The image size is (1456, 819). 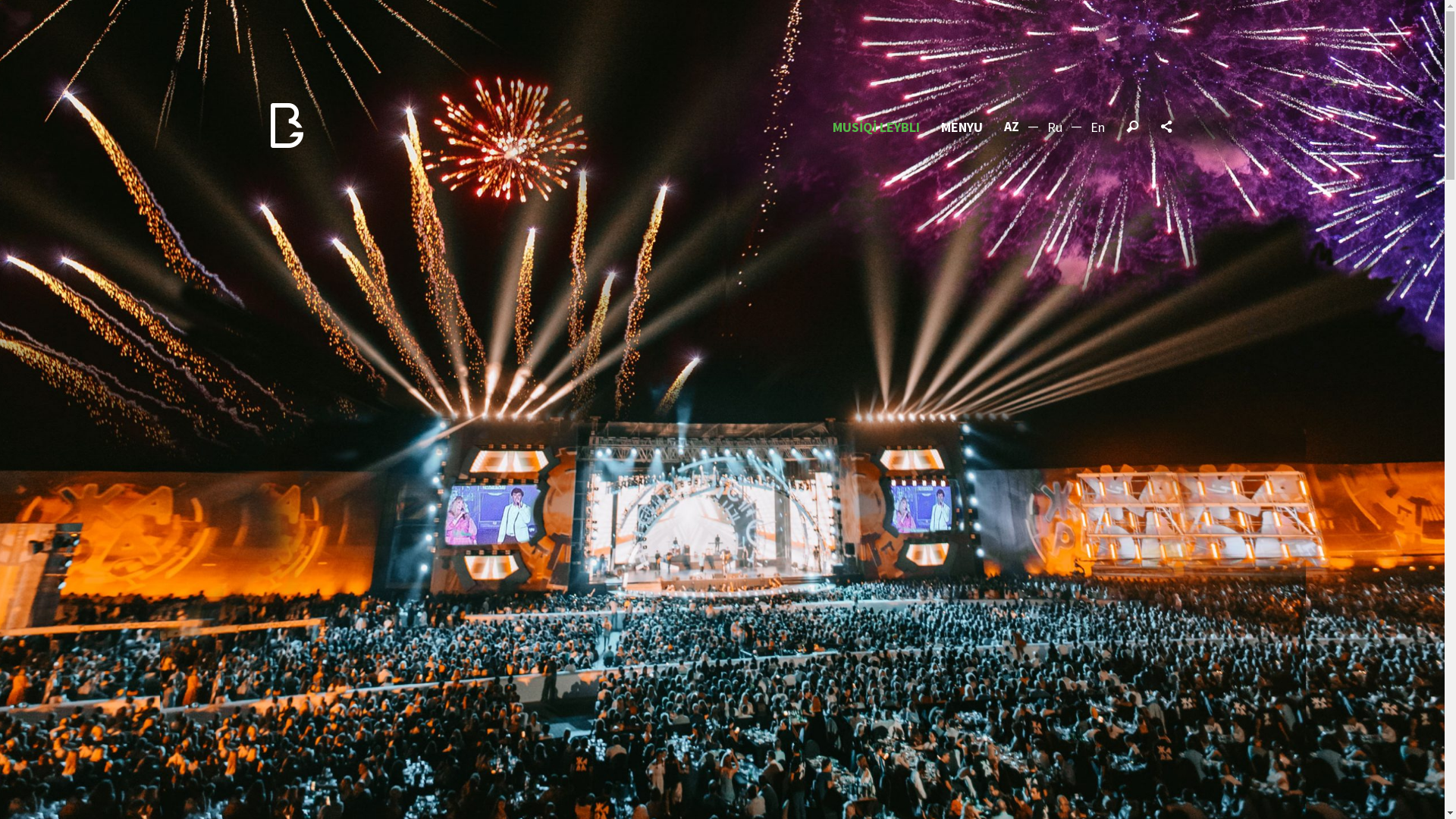 What do you see at coordinates (1054, 126) in the screenshot?
I see `'Ru'` at bounding box center [1054, 126].